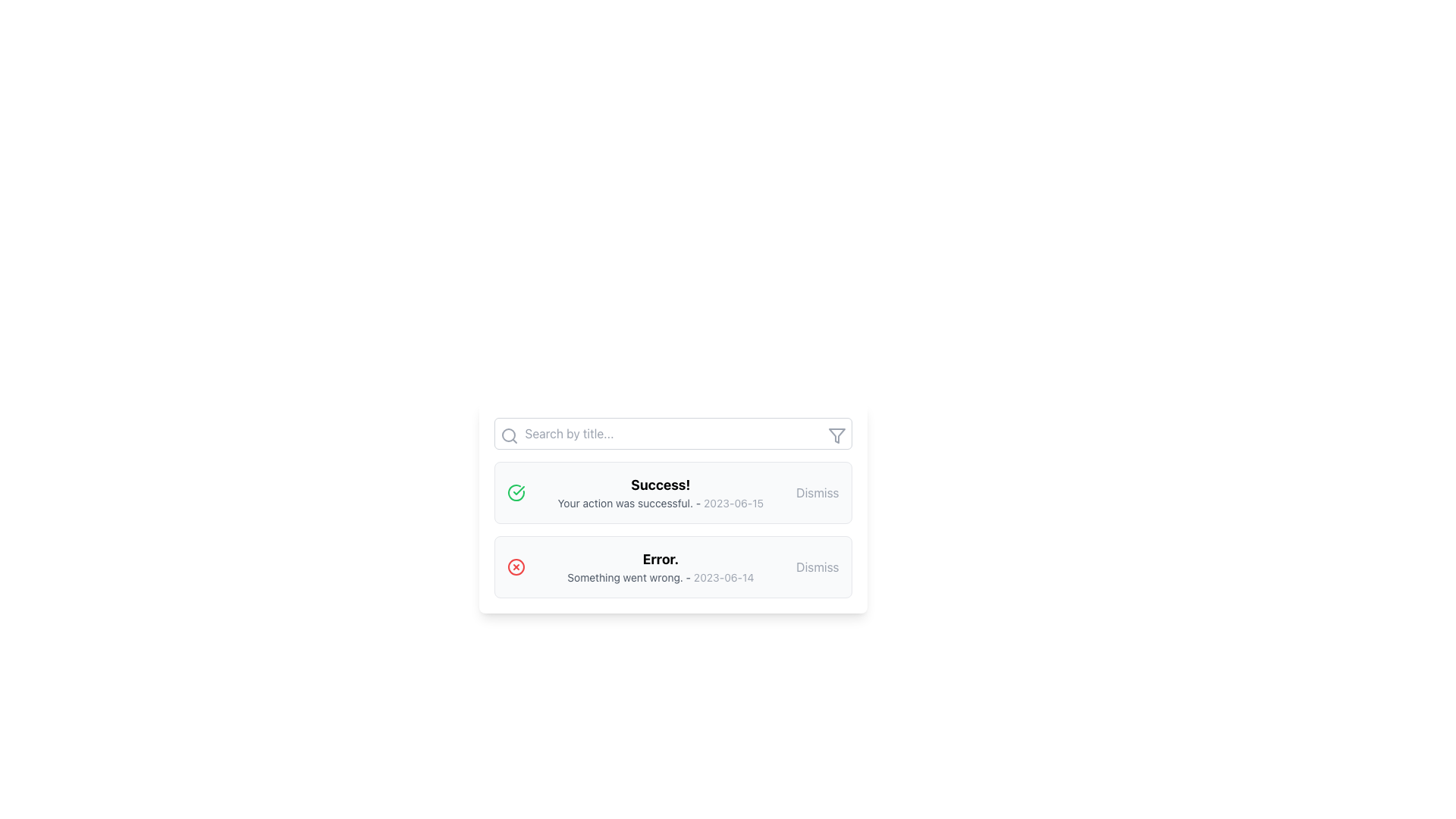 The height and width of the screenshot is (819, 1456). What do you see at coordinates (817, 493) in the screenshot?
I see `the dismiss button located to the right of the text 'Your action was successful. - 2023-06-15.' in the notification card` at bounding box center [817, 493].